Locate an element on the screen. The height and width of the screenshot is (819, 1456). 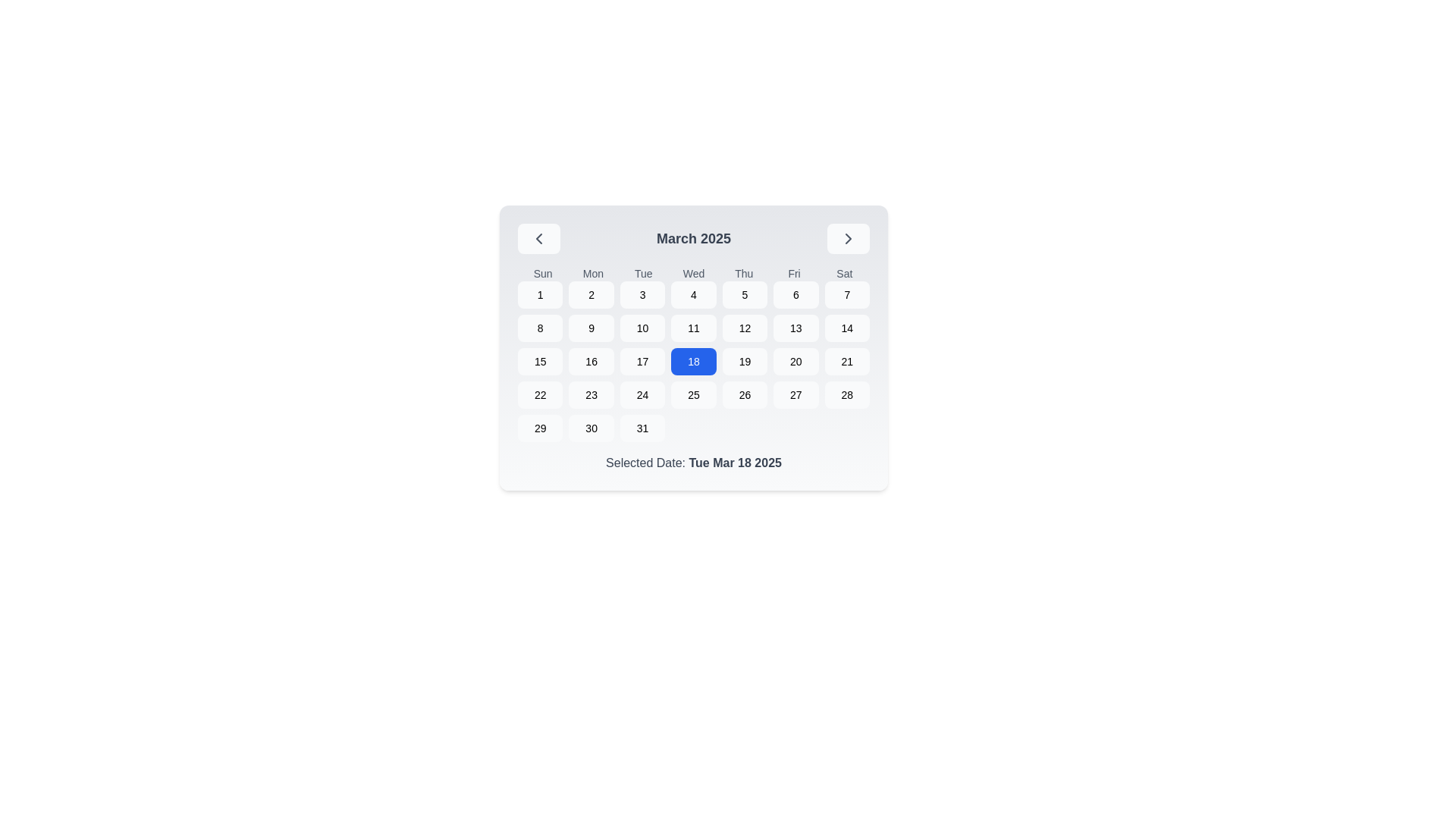
the text that displays the currently selected date, which is located at the right end of the text 'Selected Date:' is located at coordinates (735, 462).